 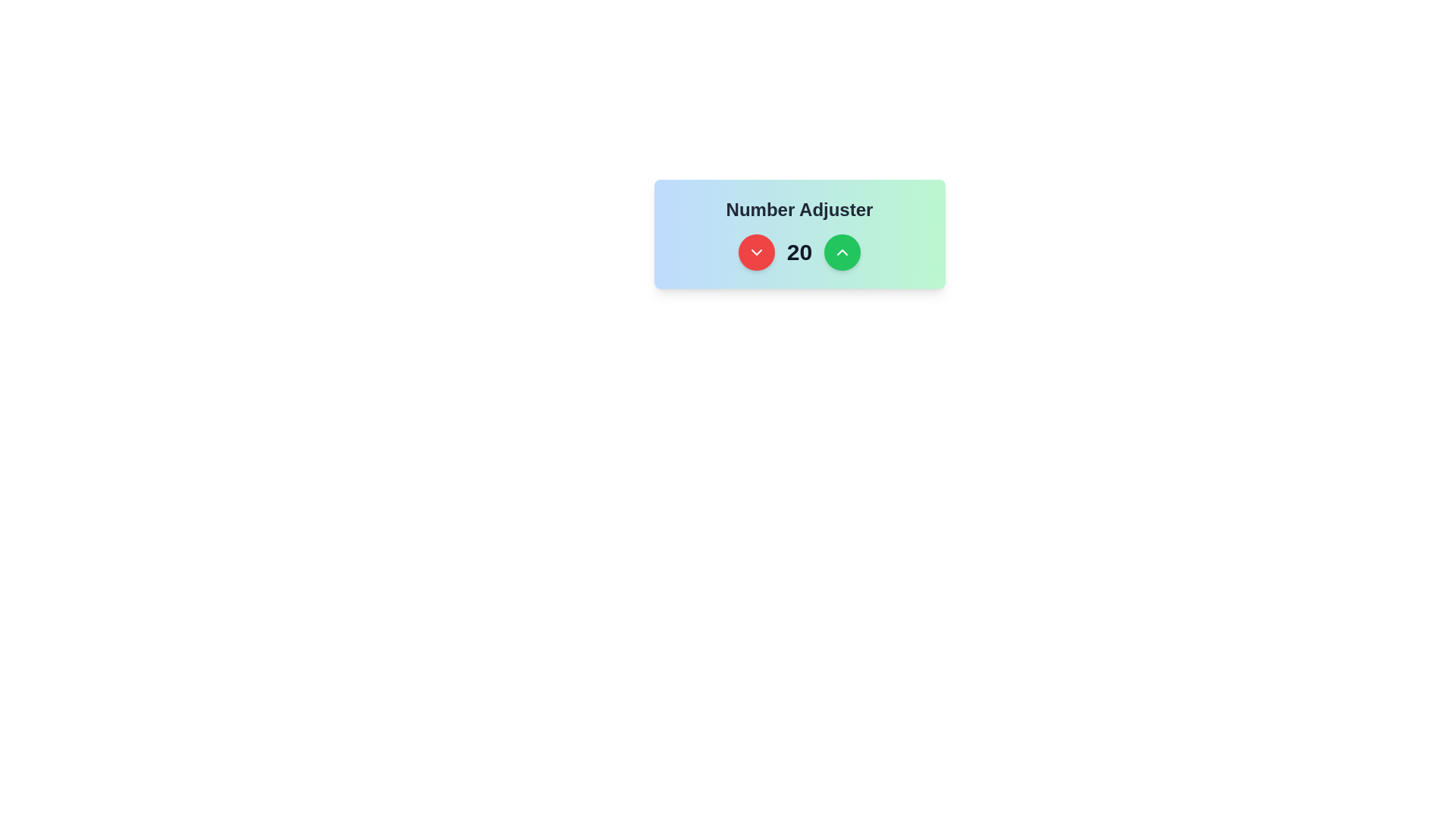 I want to click on the upward-pointing arrow button, which is a green circular button with a white arrow, located in the 'Number Adjuster' section, so click(x=842, y=251).